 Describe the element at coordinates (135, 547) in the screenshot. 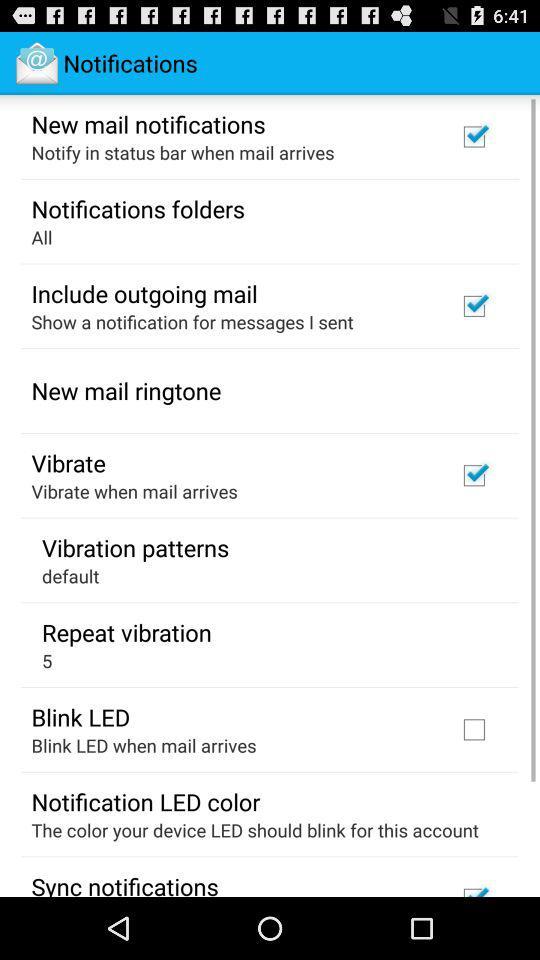

I see `icon above default app` at that location.